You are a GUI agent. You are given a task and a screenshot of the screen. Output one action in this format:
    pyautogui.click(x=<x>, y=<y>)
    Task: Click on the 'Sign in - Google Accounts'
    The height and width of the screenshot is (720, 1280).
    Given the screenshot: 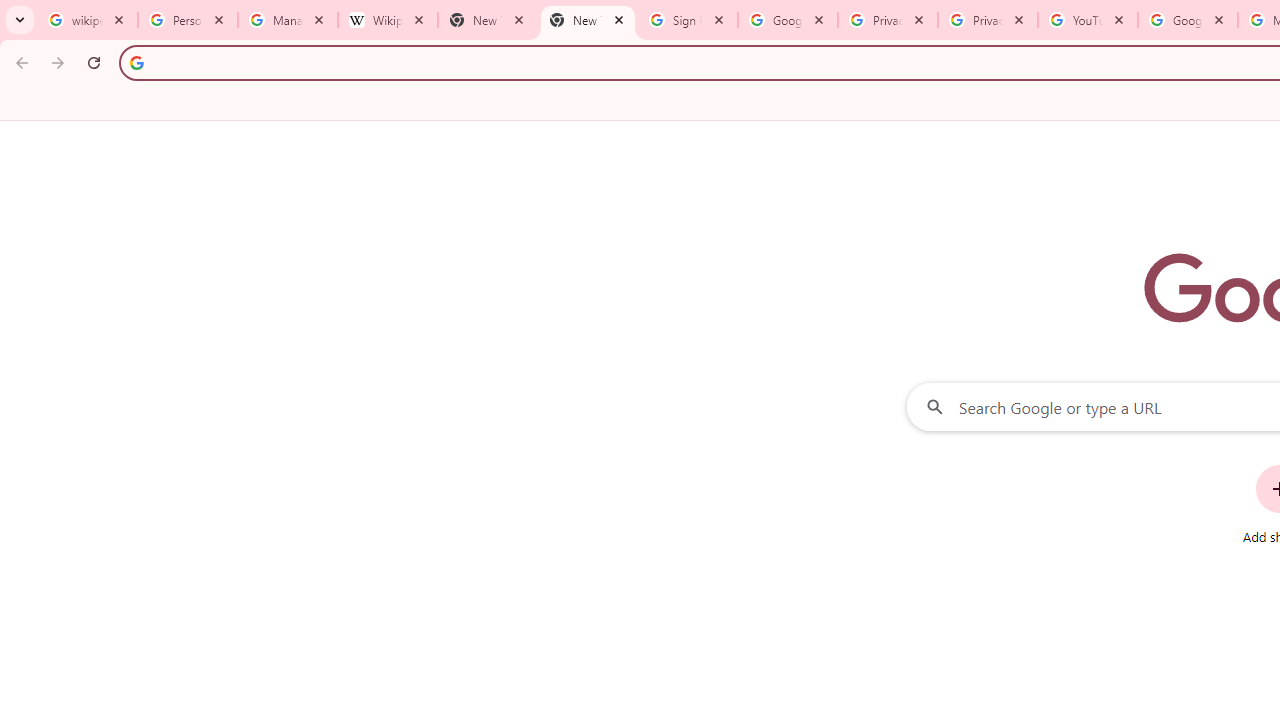 What is the action you would take?
    pyautogui.click(x=688, y=20)
    